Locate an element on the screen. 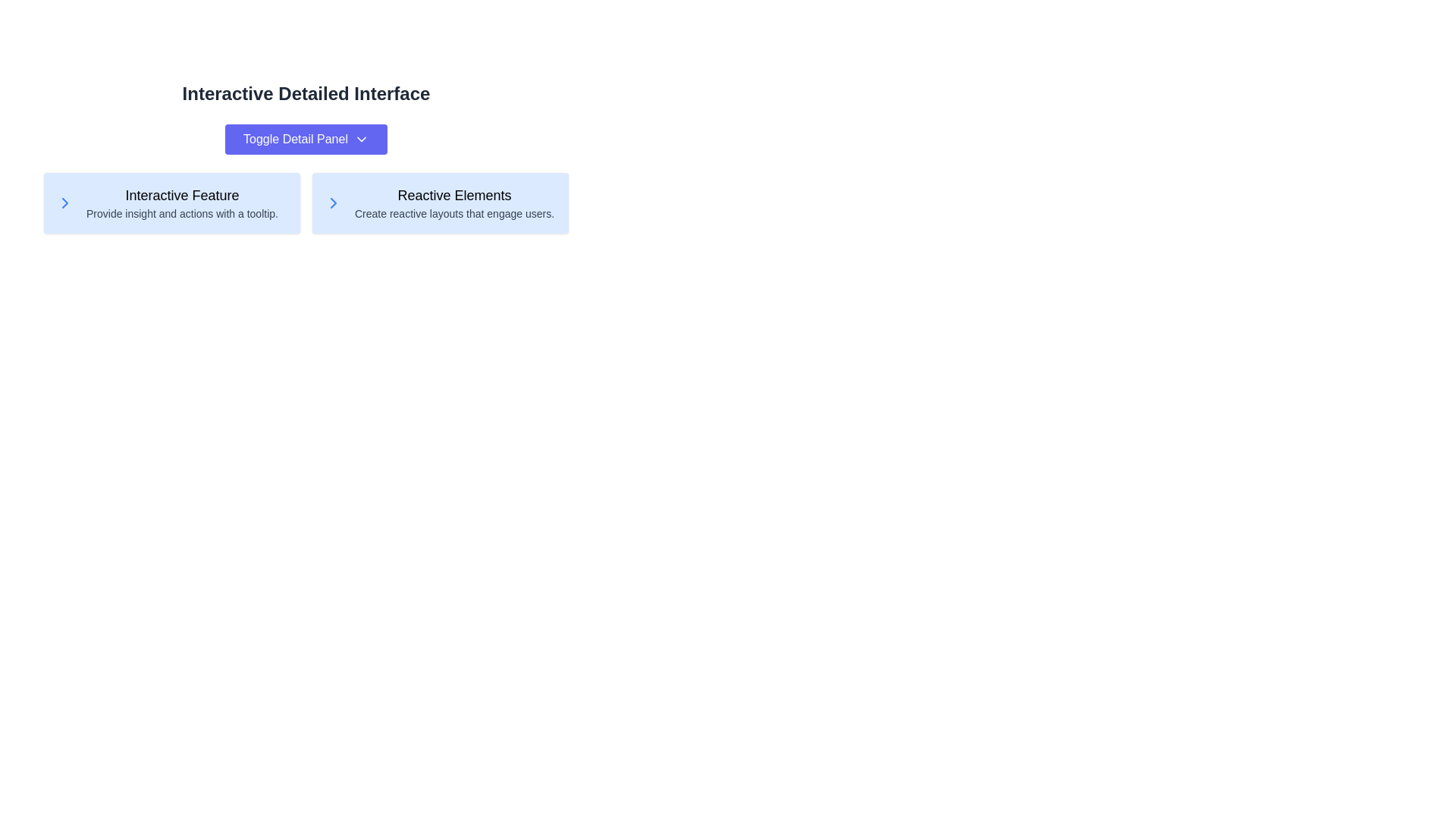 This screenshot has height=819, width=1456. descriptive static text located within the 'Interactive Feature' section, positioned below its title and within a horizontally styled list of sections is located at coordinates (182, 213).